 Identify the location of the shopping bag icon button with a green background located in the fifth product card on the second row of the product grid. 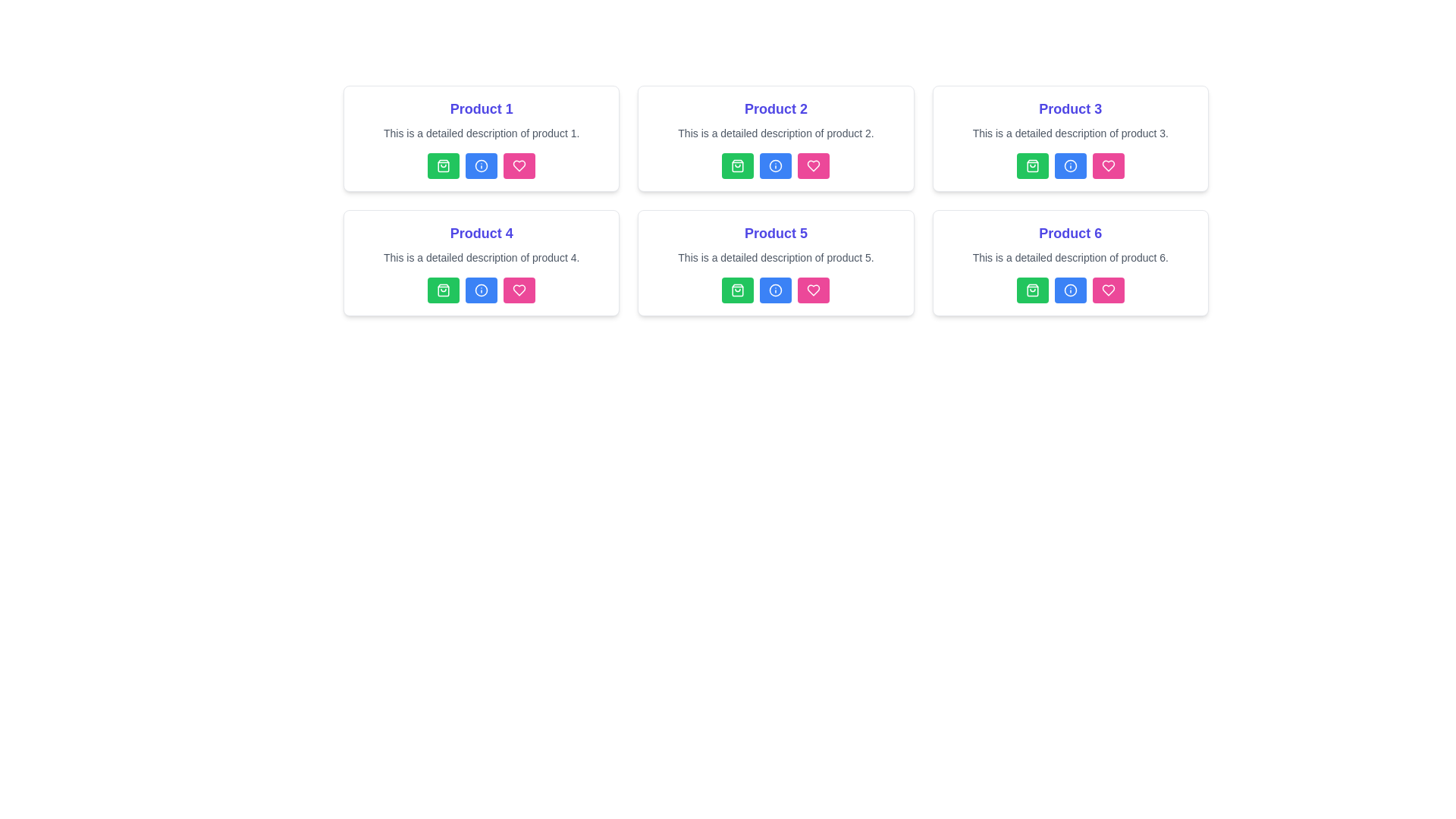
(738, 290).